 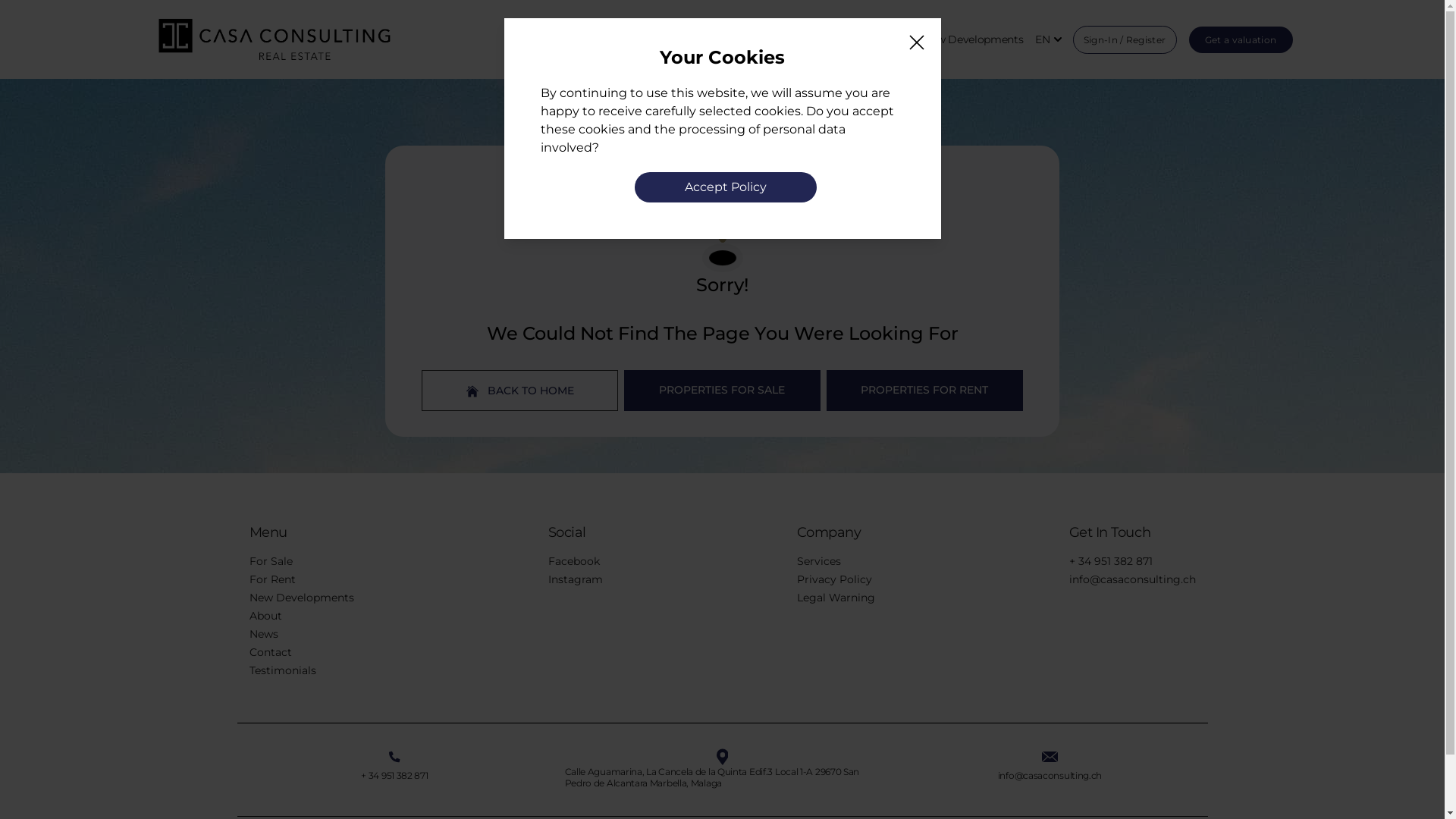 I want to click on 'Privacy Policy', so click(x=833, y=579).